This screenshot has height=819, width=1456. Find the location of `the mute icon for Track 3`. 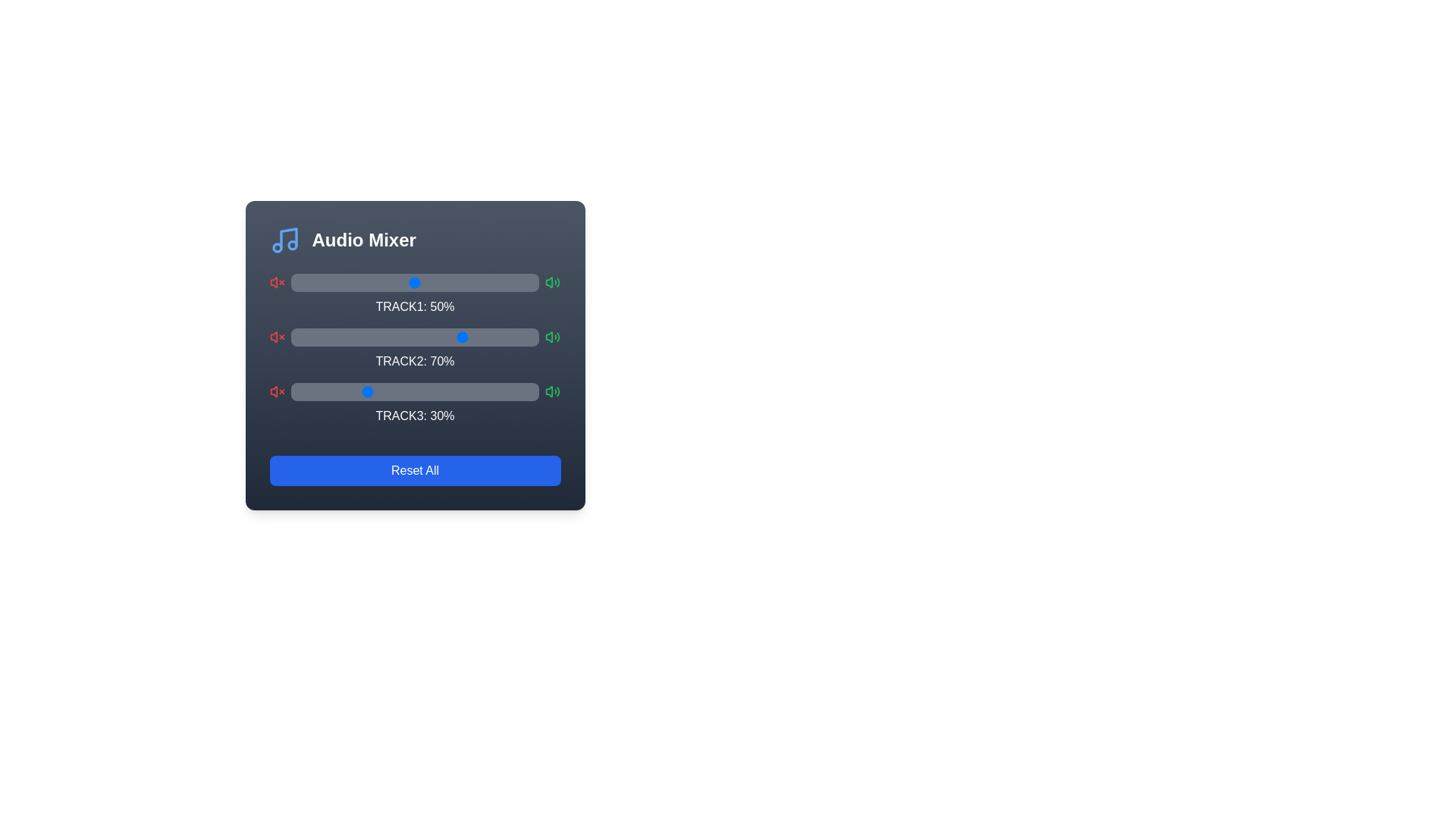

the mute icon for Track 3 is located at coordinates (277, 391).